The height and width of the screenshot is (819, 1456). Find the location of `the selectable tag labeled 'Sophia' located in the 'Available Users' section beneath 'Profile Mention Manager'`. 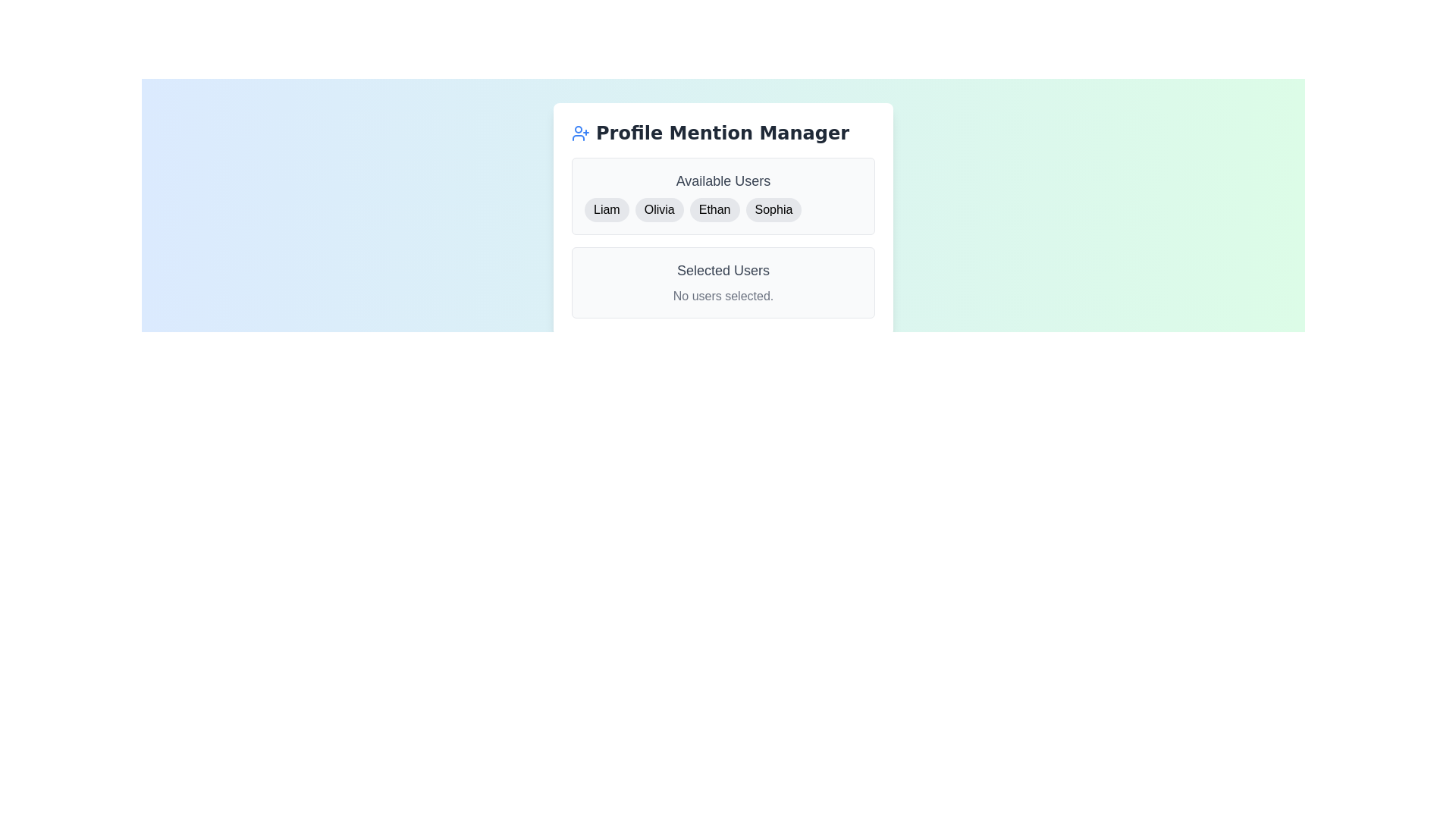

the selectable tag labeled 'Sophia' located in the 'Available Users' section beneath 'Profile Mention Manager' is located at coordinates (773, 210).